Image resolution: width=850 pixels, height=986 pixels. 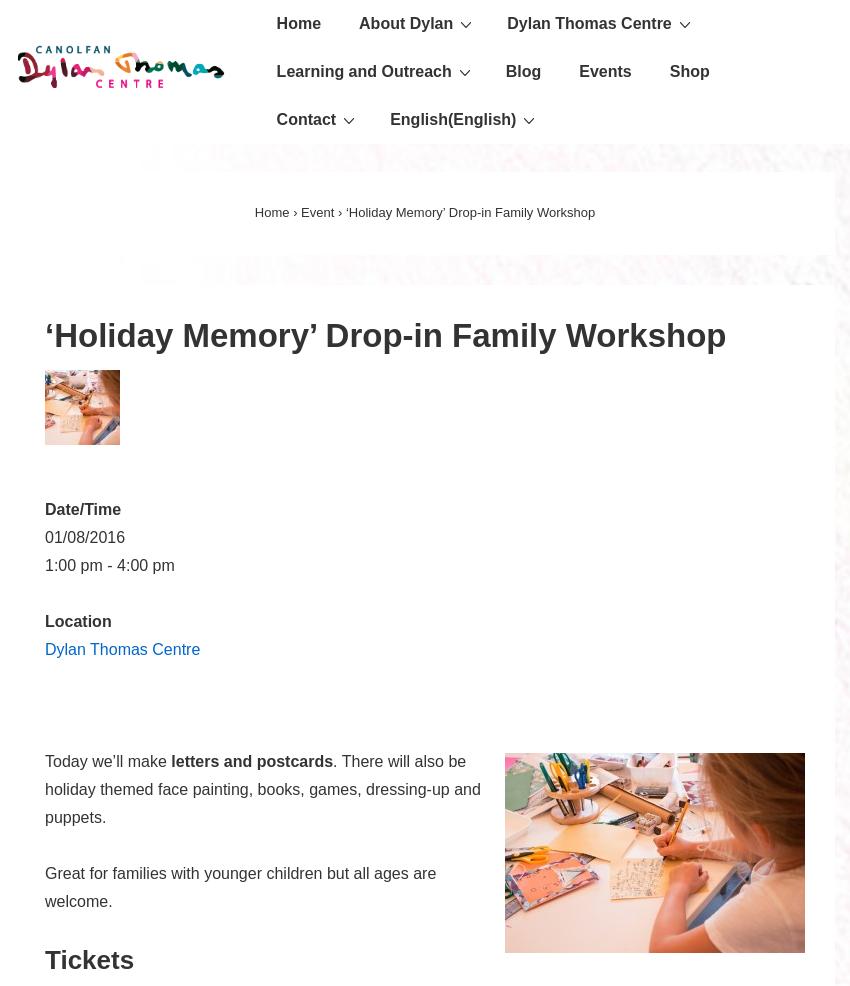 What do you see at coordinates (240, 886) in the screenshot?
I see `'Great for families with younger children but all ages are welcome.'` at bounding box center [240, 886].